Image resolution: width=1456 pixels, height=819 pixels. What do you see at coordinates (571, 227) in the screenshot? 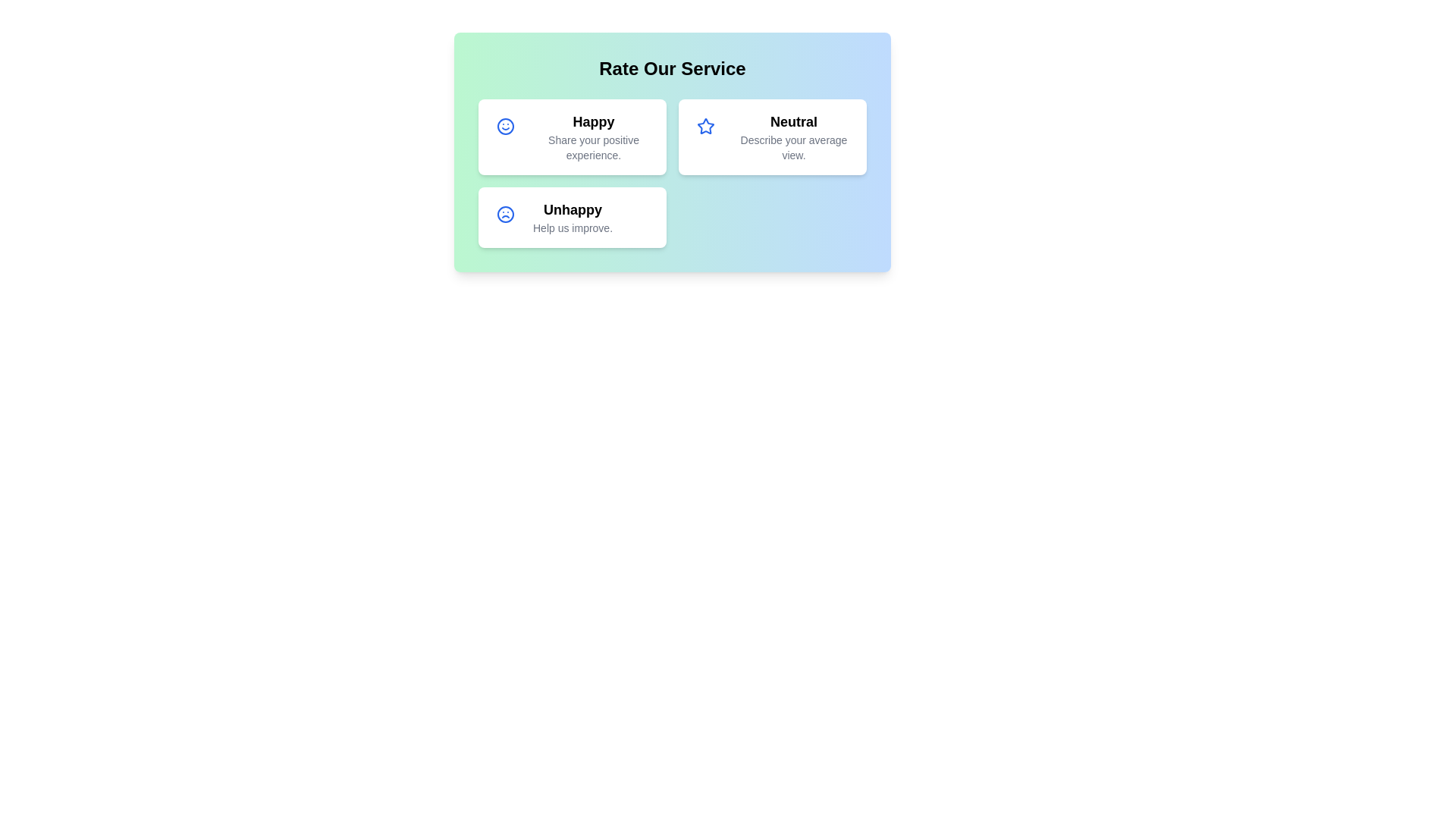
I see `the description text of the Unhappy card` at bounding box center [571, 227].